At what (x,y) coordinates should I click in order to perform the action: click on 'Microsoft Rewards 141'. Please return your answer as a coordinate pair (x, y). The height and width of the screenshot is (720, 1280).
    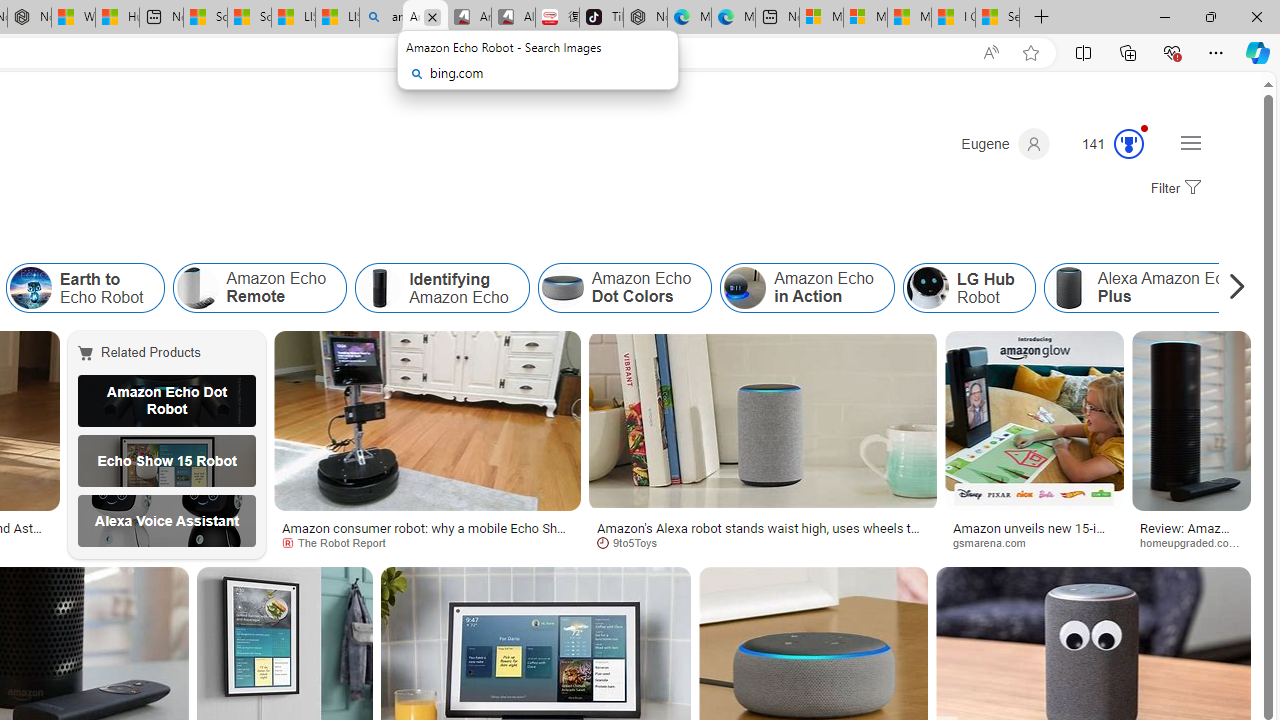
    Looking at the image, I should click on (1104, 143).